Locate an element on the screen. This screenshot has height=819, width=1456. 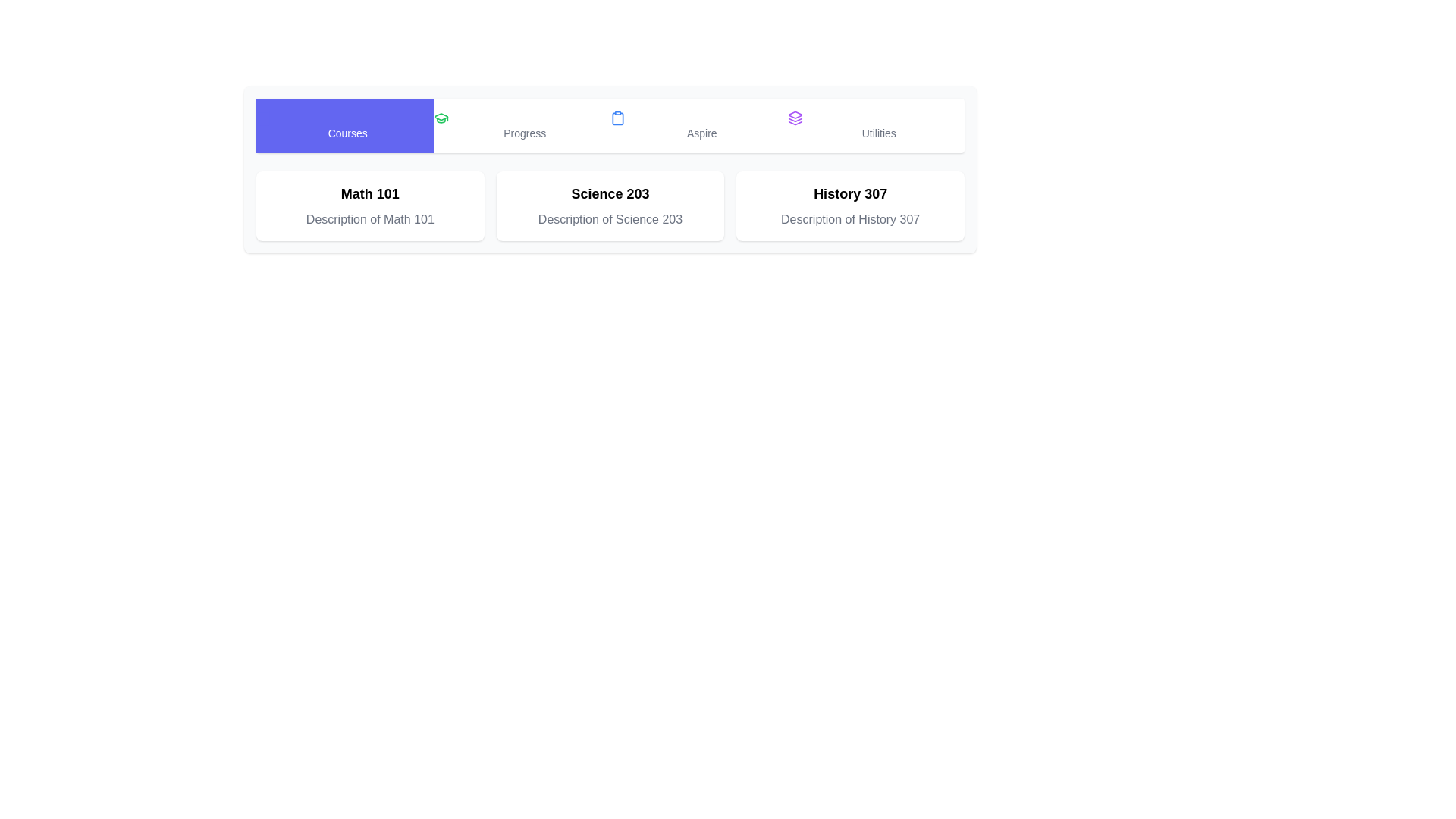
text label that serves as the header for the card associated with 'History 307', located in the third column from the left and positioned above the description text is located at coordinates (850, 193).